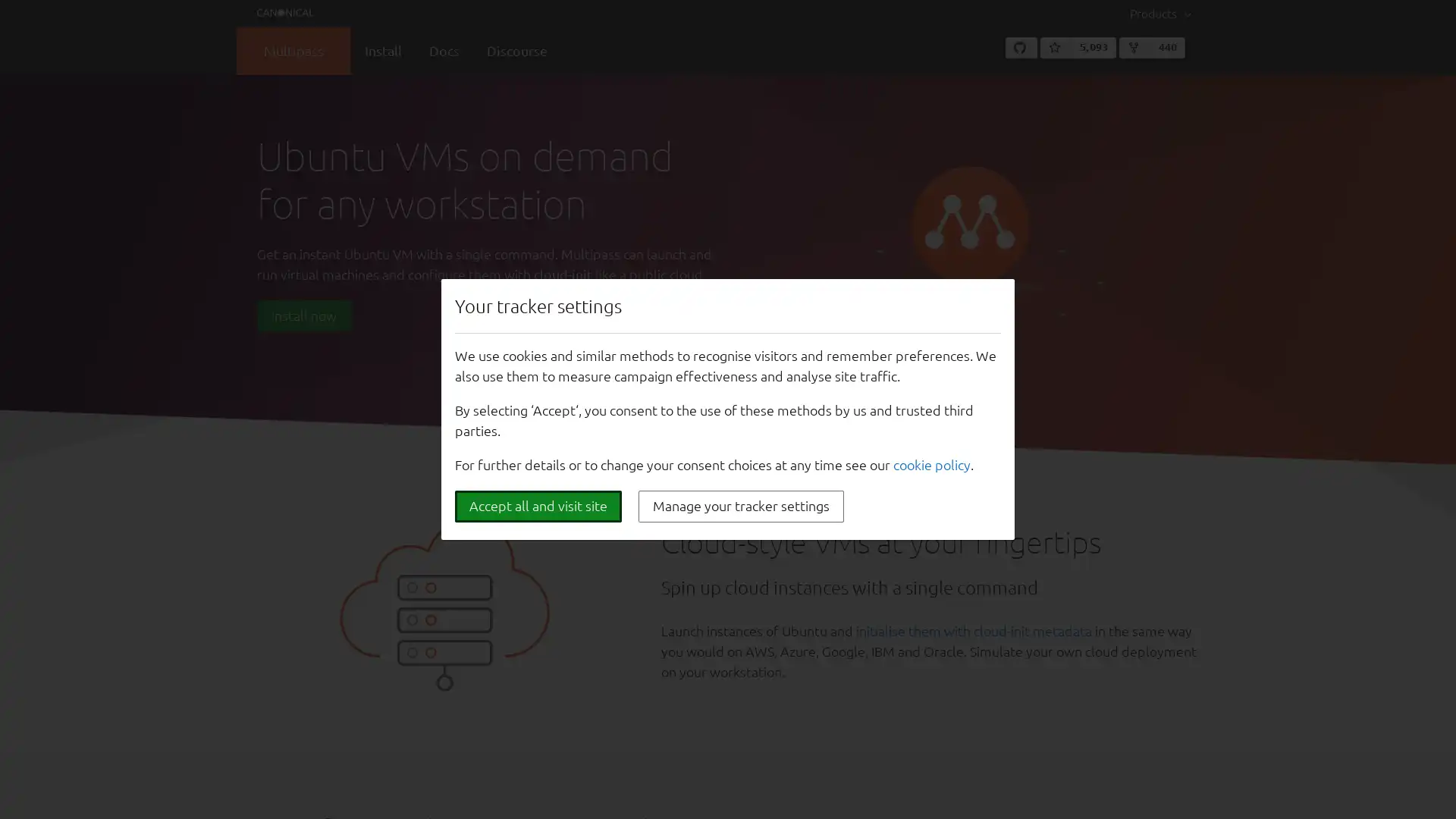  Describe the element at coordinates (741, 506) in the screenshot. I see `Manage your tracker settings` at that location.